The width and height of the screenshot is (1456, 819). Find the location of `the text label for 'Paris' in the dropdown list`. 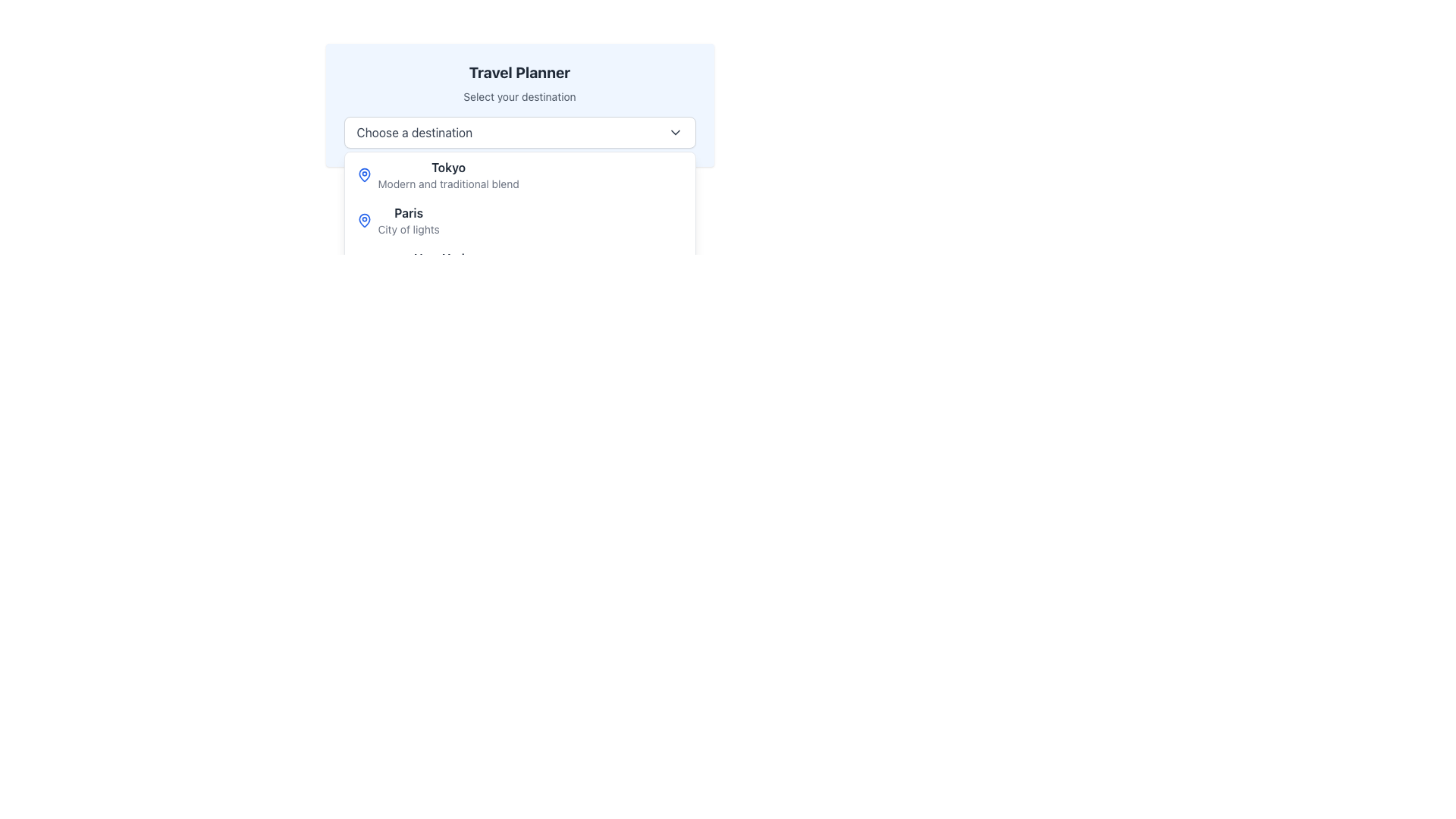

the text label for 'Paris' in the dropdown list is located at coordinates (409, 220).